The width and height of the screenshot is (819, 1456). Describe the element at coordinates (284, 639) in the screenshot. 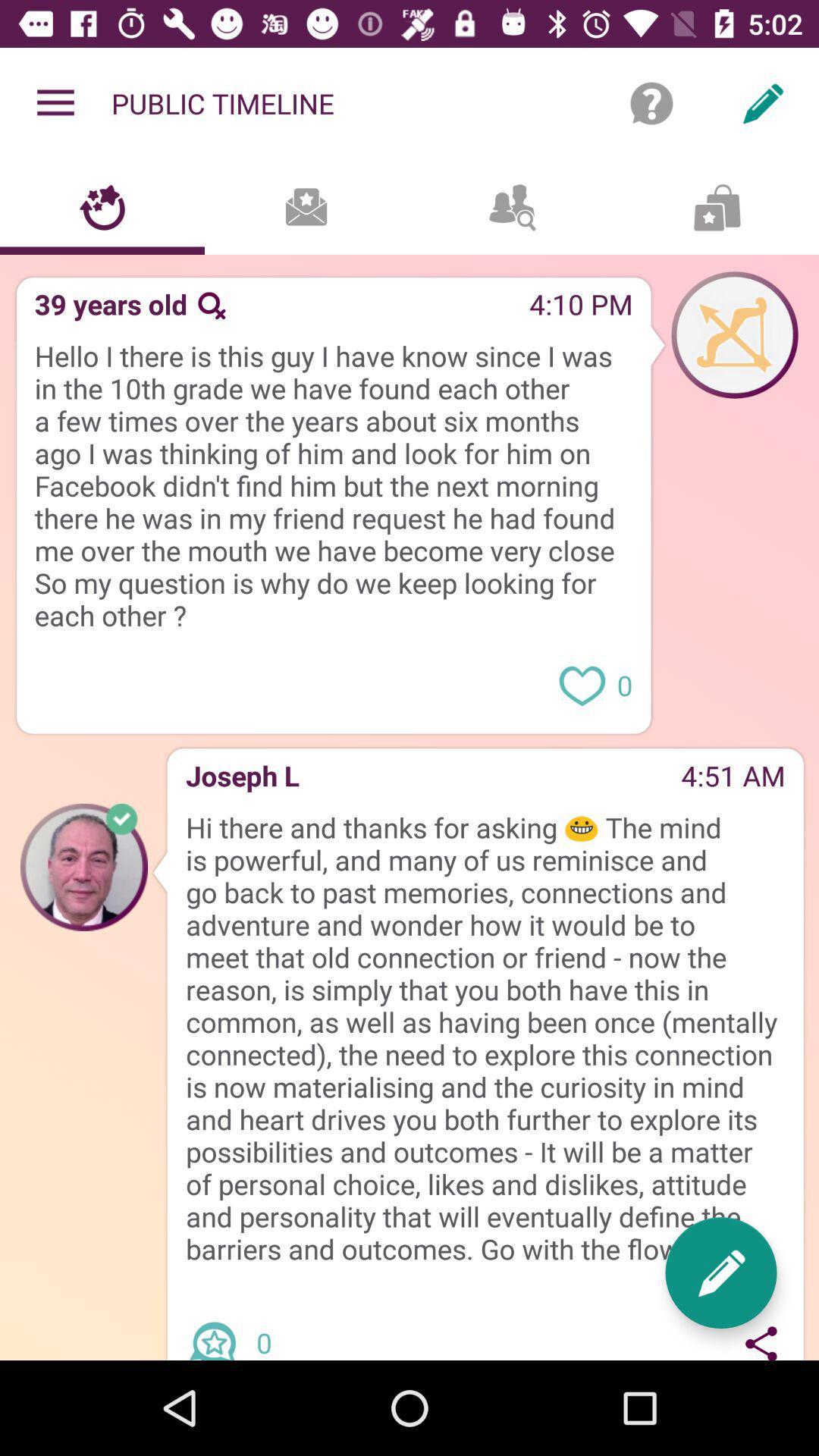

I see `the icon below the hello i there` at that location.